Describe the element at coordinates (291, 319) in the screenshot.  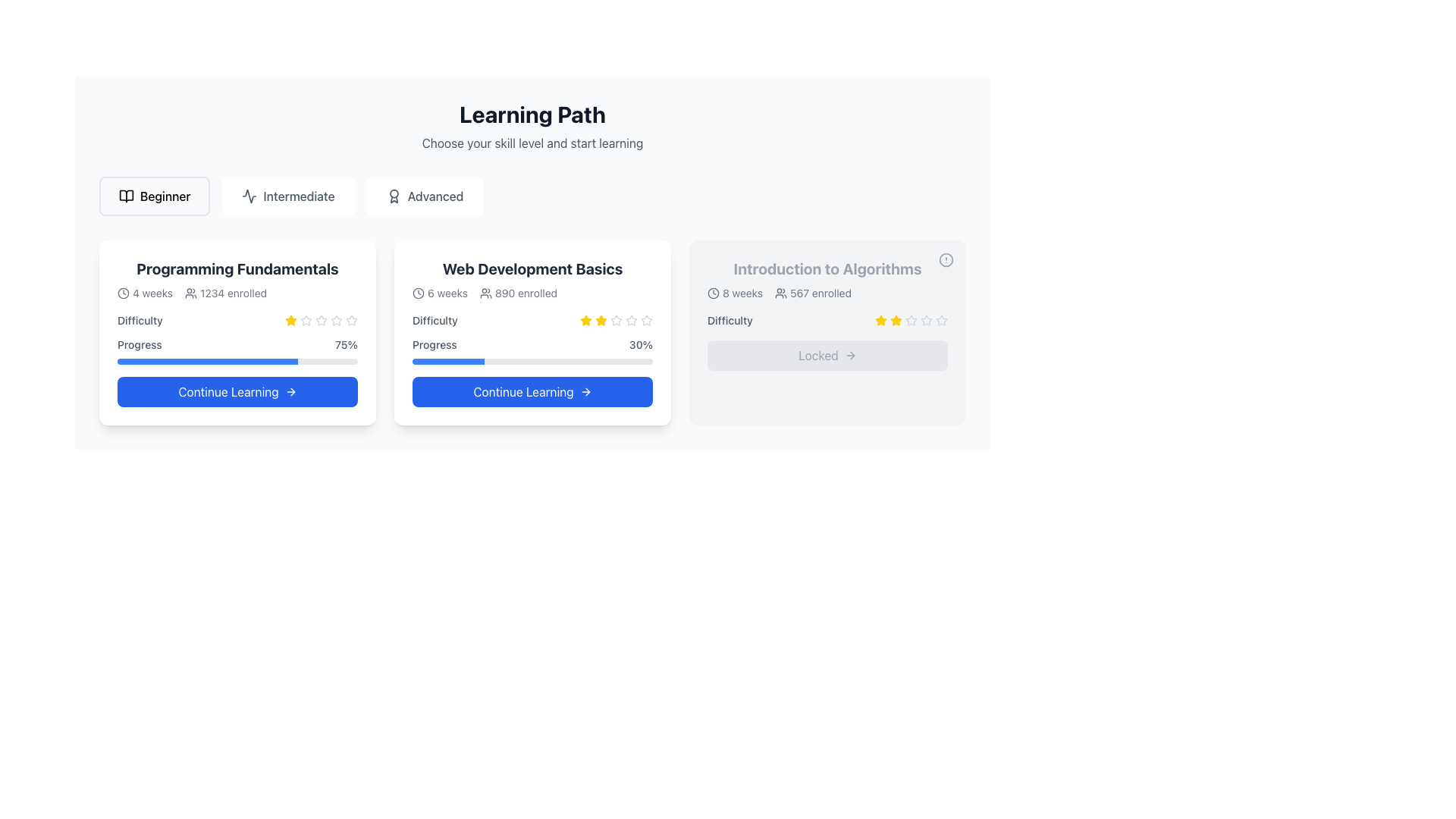
I see `the leftmost star icon in the rating component under the 'Difficulty' label of the 'Programming Fundamentals' card to interact with it` at that location.